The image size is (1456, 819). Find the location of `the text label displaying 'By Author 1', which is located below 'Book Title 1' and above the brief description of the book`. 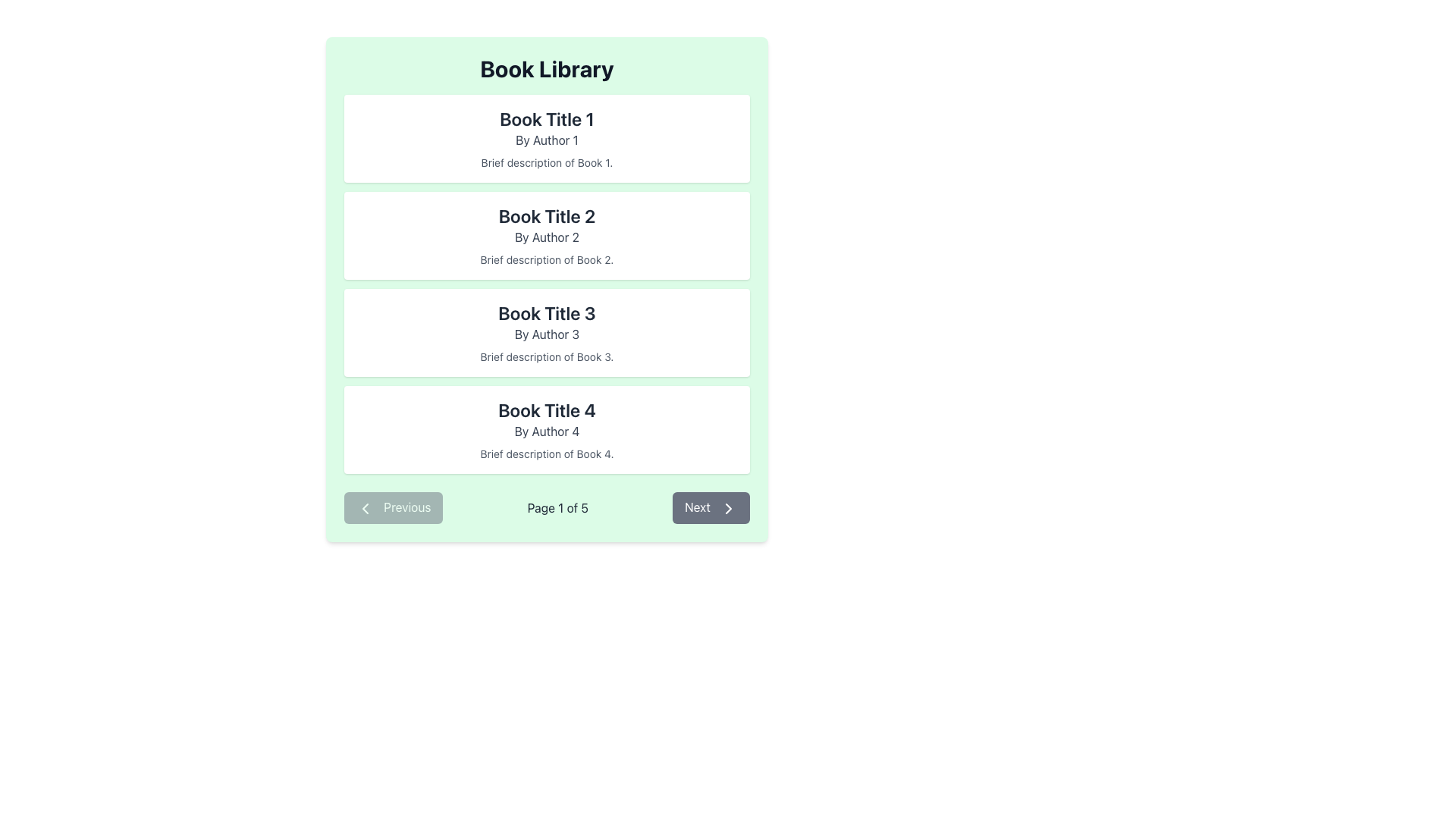

the text label displaying 'By Author 1', which is located below 'Book Title 1' and above the brief description of the book is located at coordinates (546, 140).